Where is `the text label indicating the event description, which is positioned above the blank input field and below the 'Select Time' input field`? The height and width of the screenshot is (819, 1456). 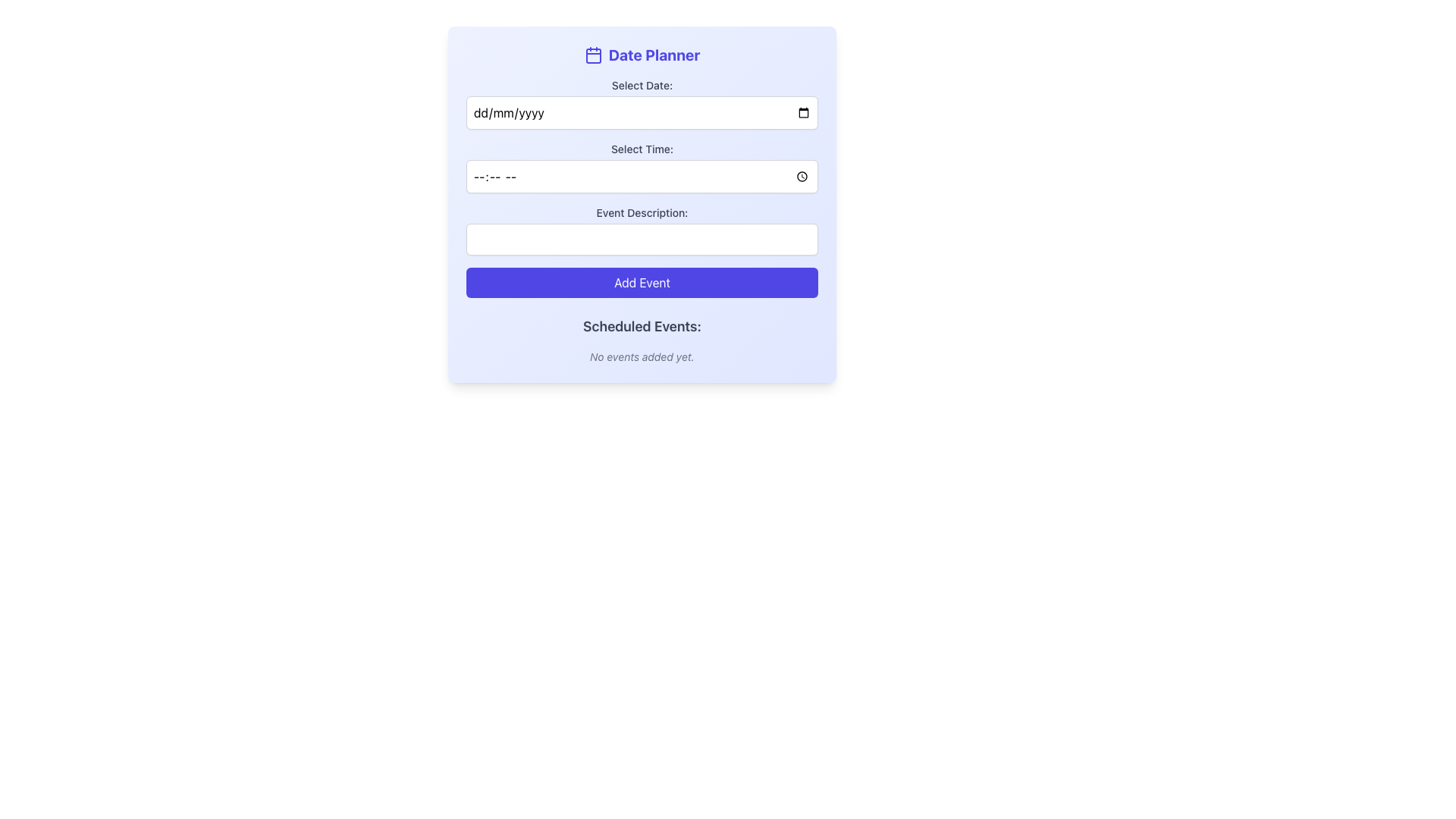 the text label indicating the event description, which is positioned above the blank input field and below the 'Select Time' input field is located at coordinates (642, 213).